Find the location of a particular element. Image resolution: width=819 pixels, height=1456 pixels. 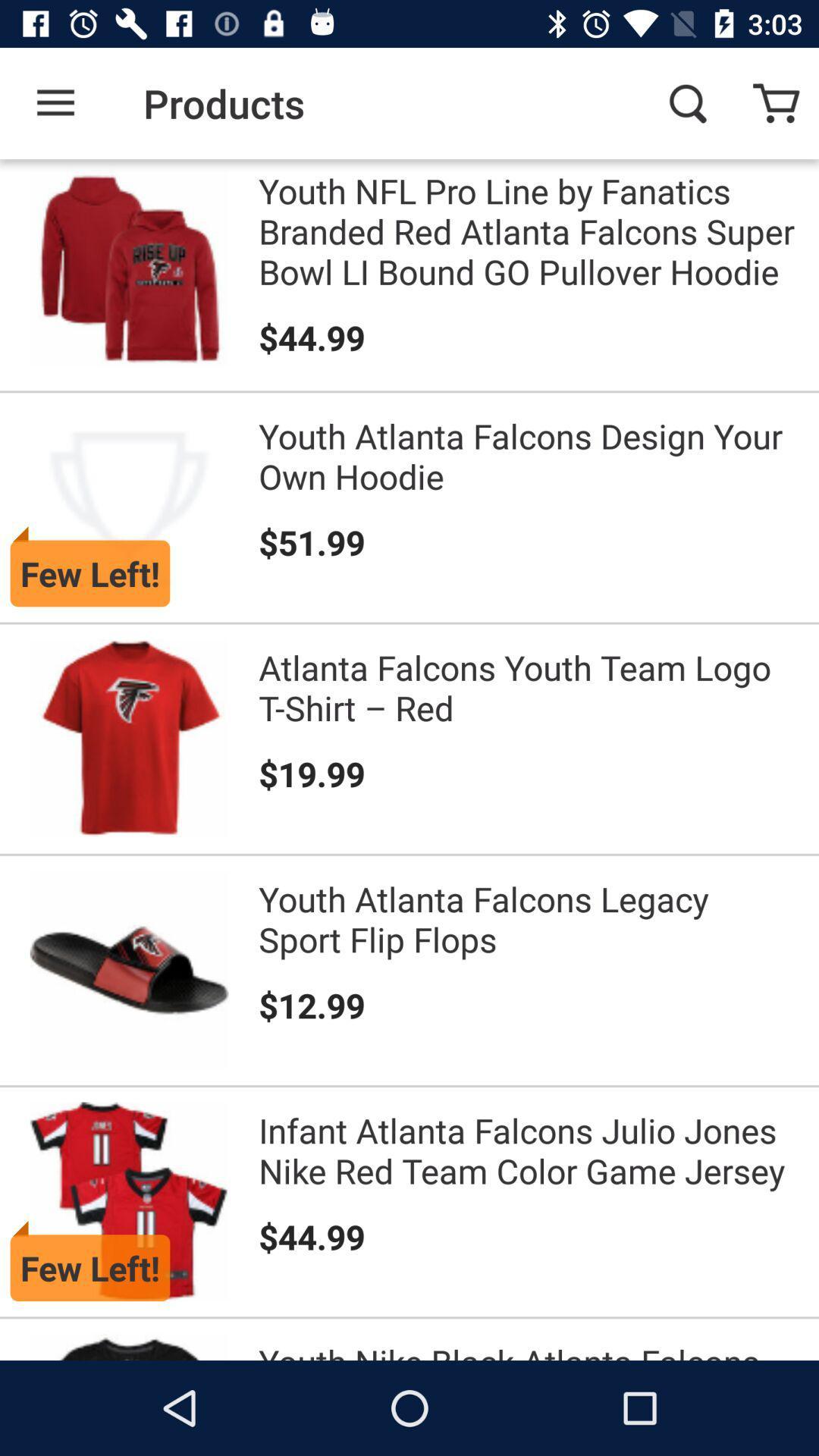

item to the left of the products item is located at coordinates (55, 102).